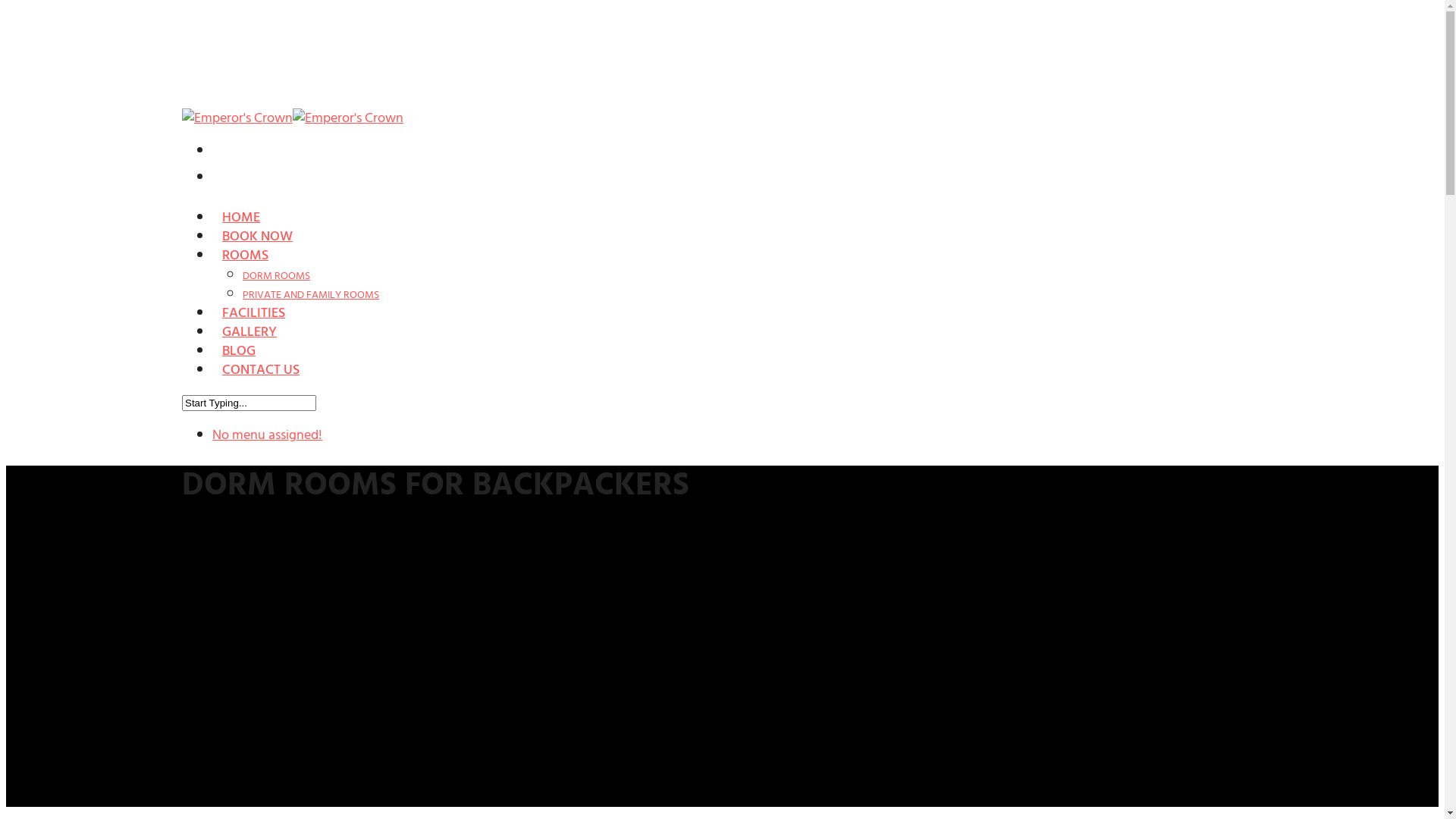 This screenshot has height=819, width=1456. What do you see at coordinates (240, 227) in the screenshot?
I see `'HOME'` at bounding box center [240, 227].